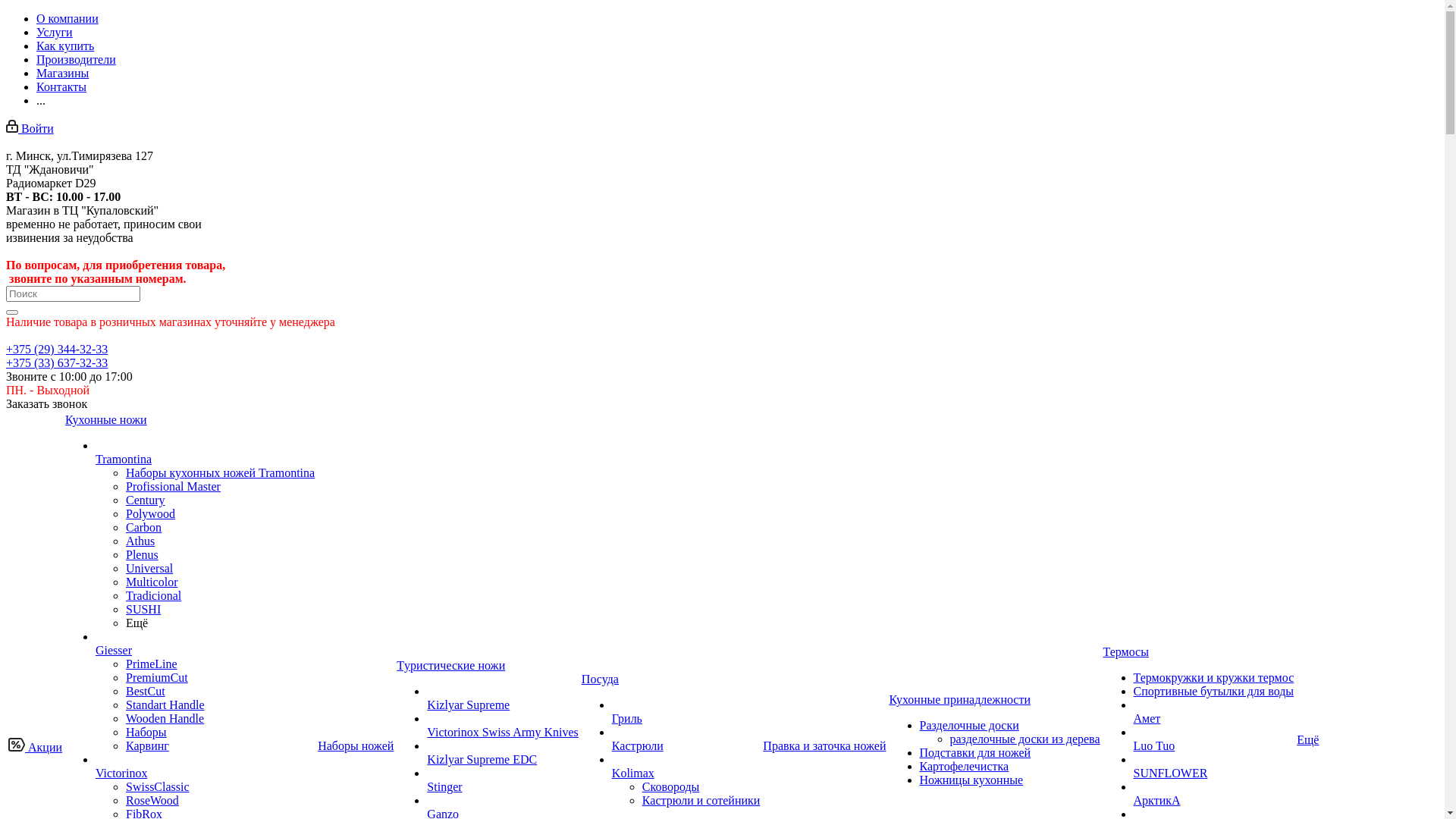  I want to click on 'Kizlyar Supreme EDC', so click(426, 748).